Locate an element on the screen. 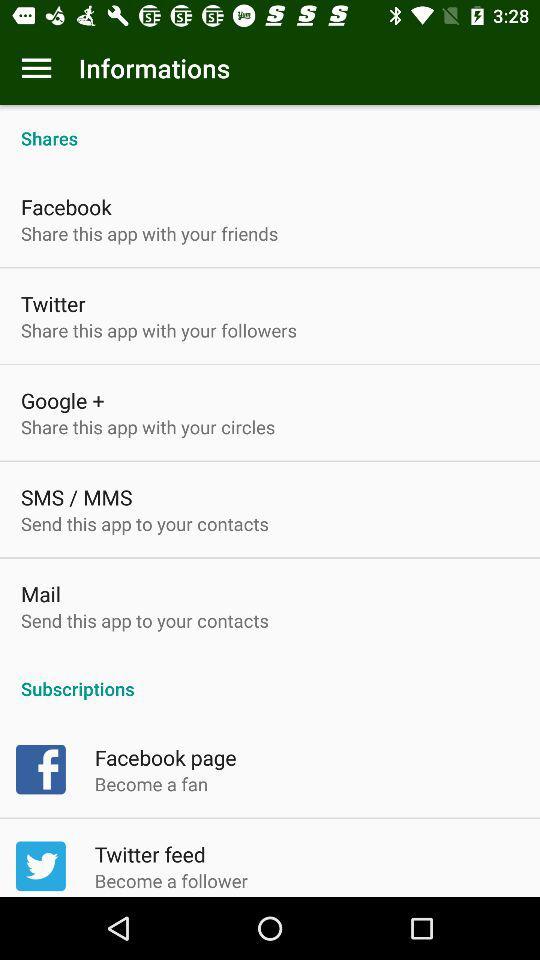 The image size is (540, 960). the shares is located at coordinates (270, 126).